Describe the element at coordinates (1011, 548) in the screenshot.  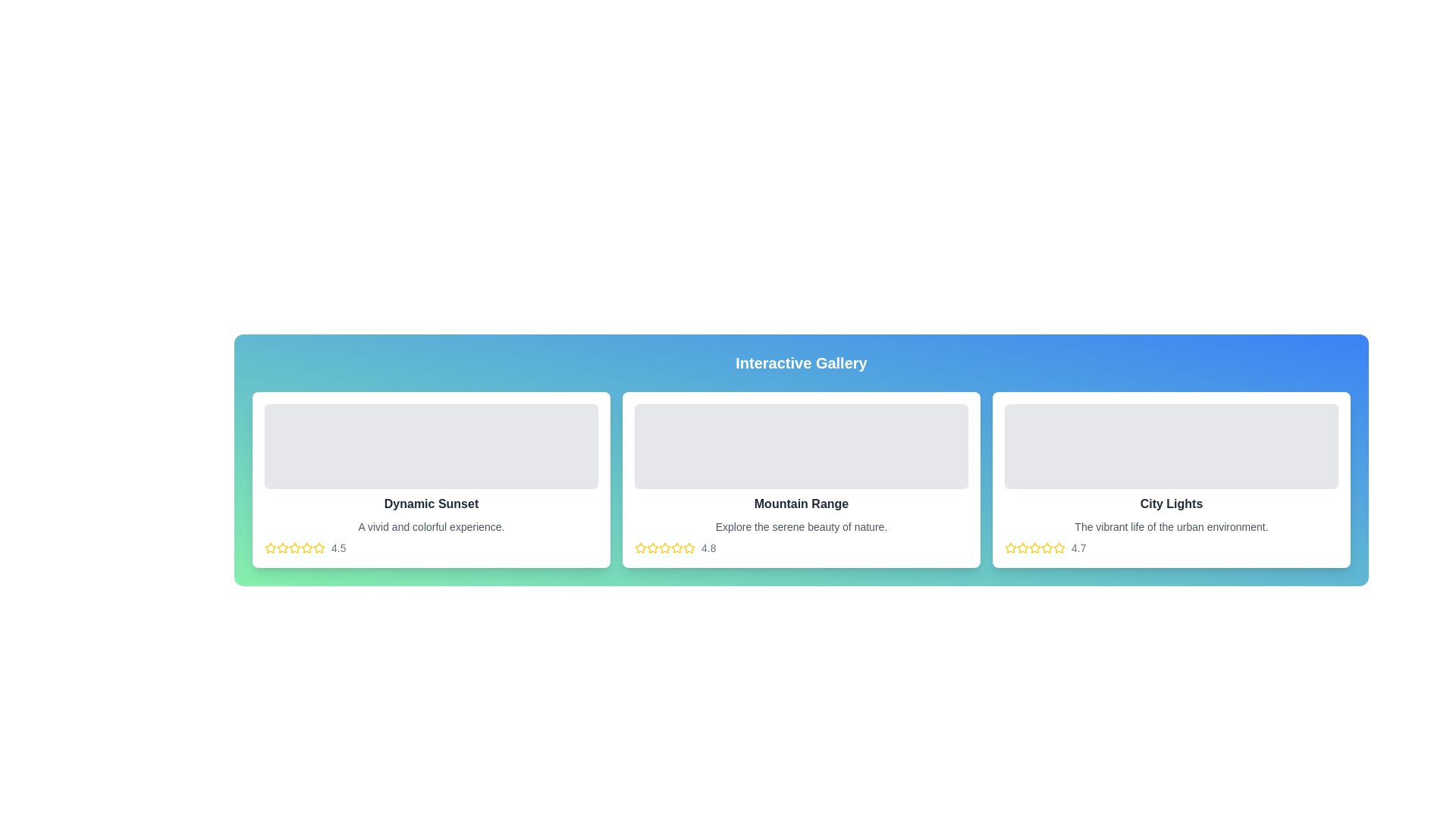
I see `the first star icon in the rating system for 'City Lights' to provide visual feedback` at that location.